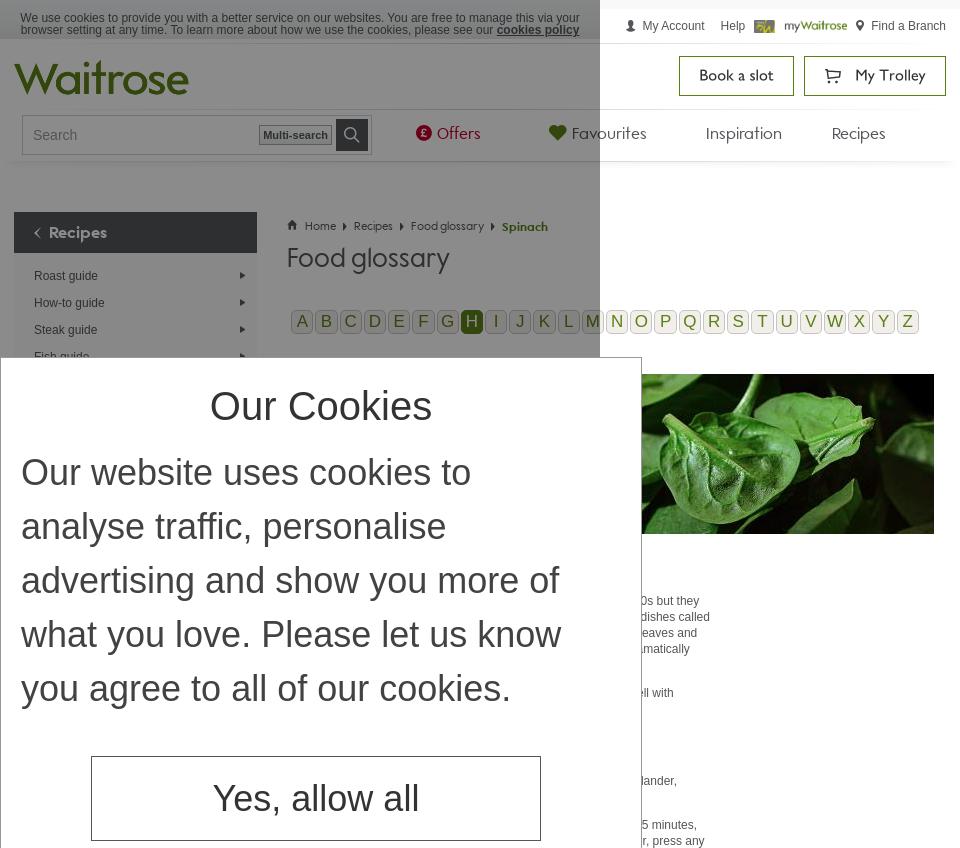 Image resolution: width=960 pixels, height=848 pixels. What do you see at coordinates (524, 225) in the screenshot?
I see `'Spinach'` at bounding box center [524, 225].